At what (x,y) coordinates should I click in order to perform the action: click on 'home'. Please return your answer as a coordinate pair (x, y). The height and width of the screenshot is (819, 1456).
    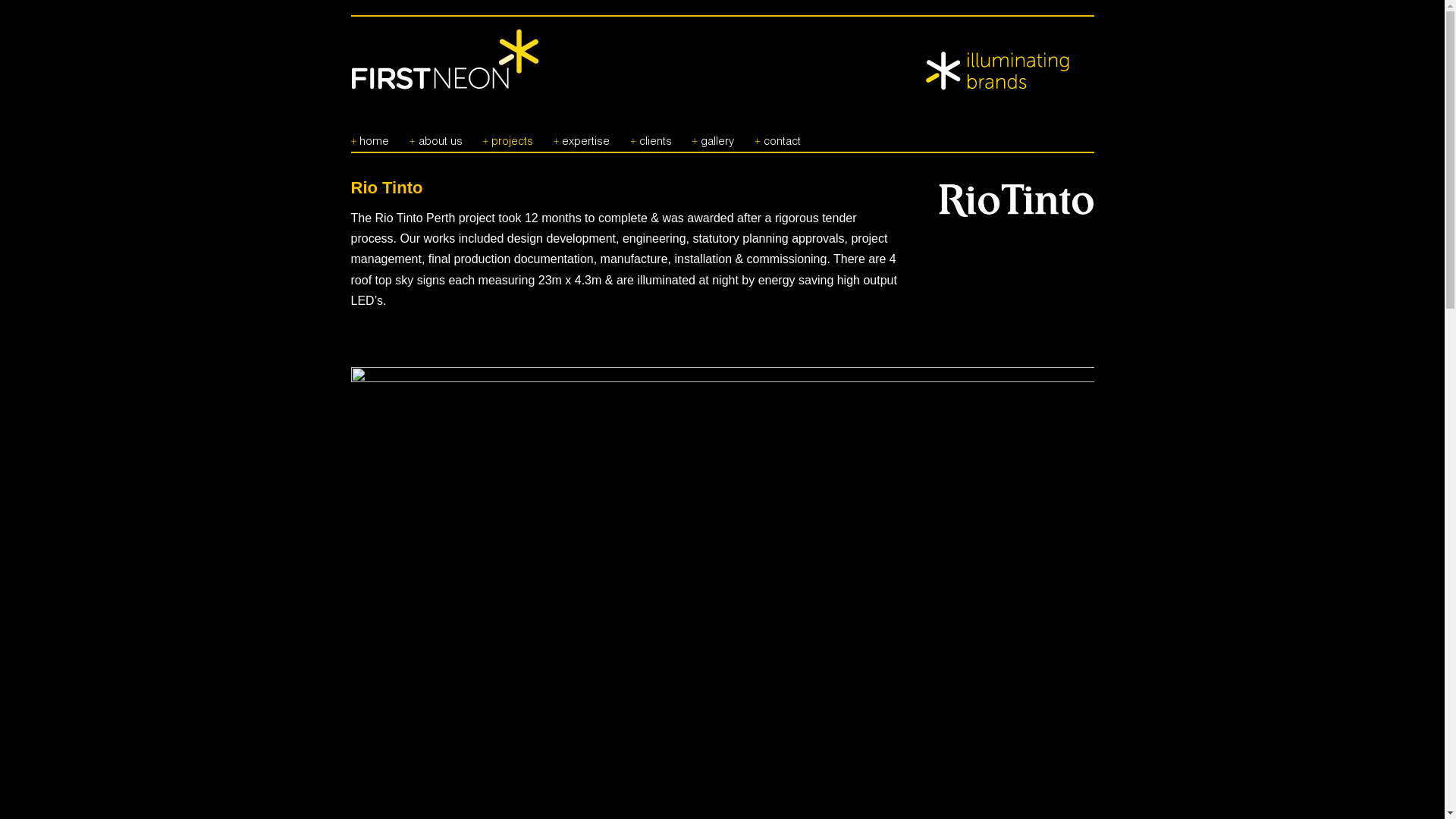
    Looking at the image, I should click on (369, 135).